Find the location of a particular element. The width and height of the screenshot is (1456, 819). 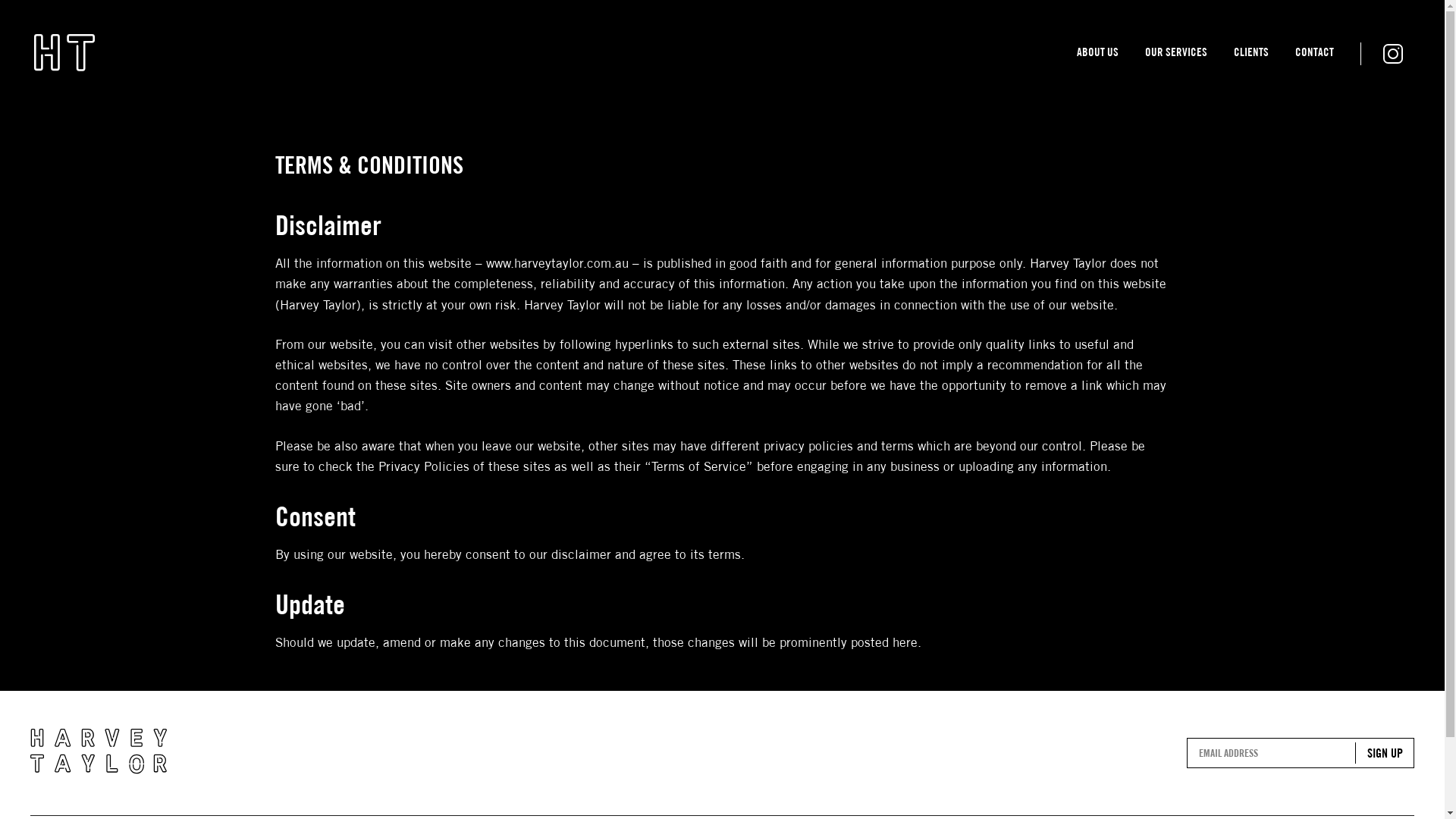

'CLIENTS' is located at coordinates (1251, 55).